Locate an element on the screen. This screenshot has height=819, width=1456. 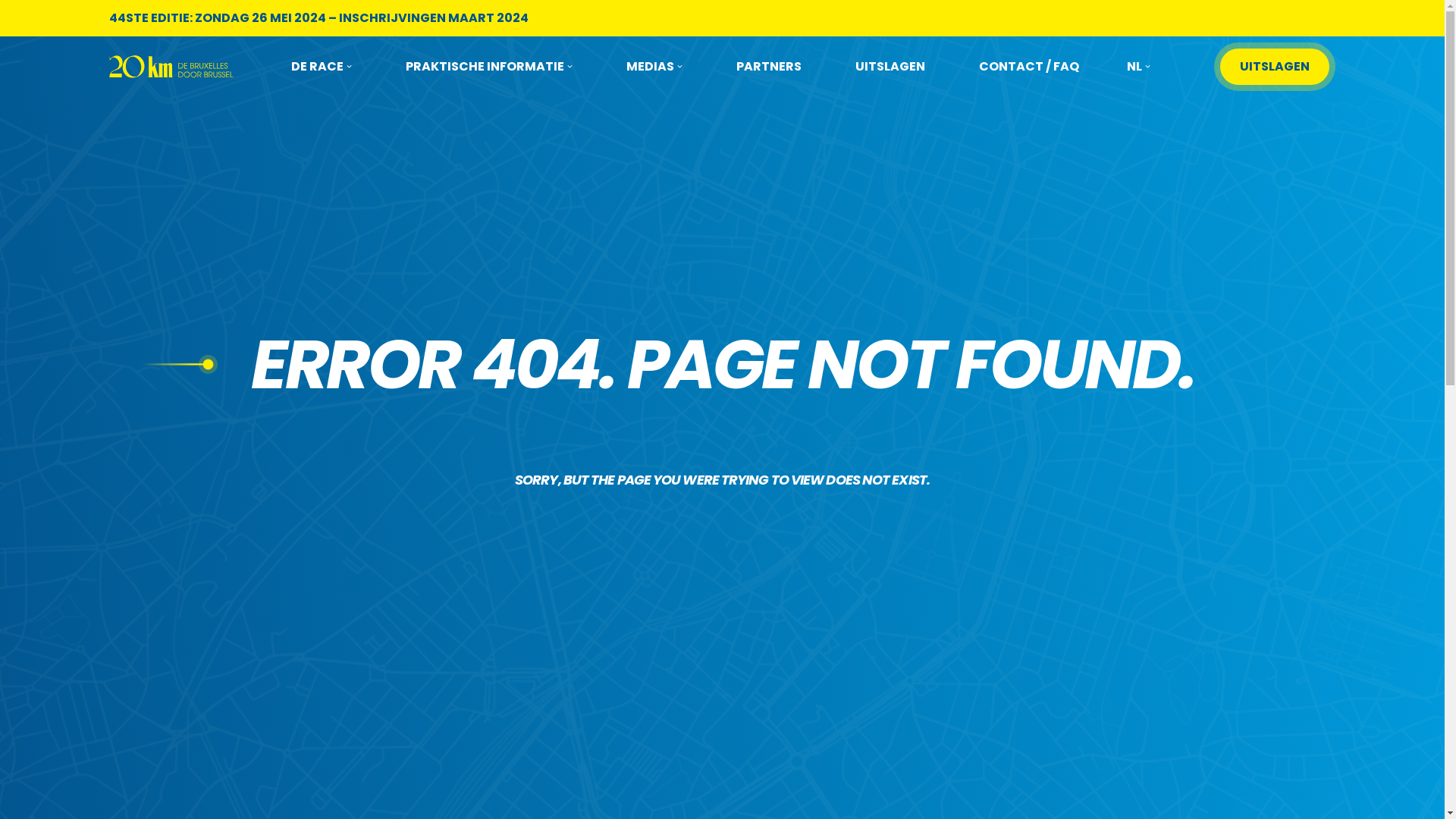
'MEDIAS' is located at coordinates (654, 66).